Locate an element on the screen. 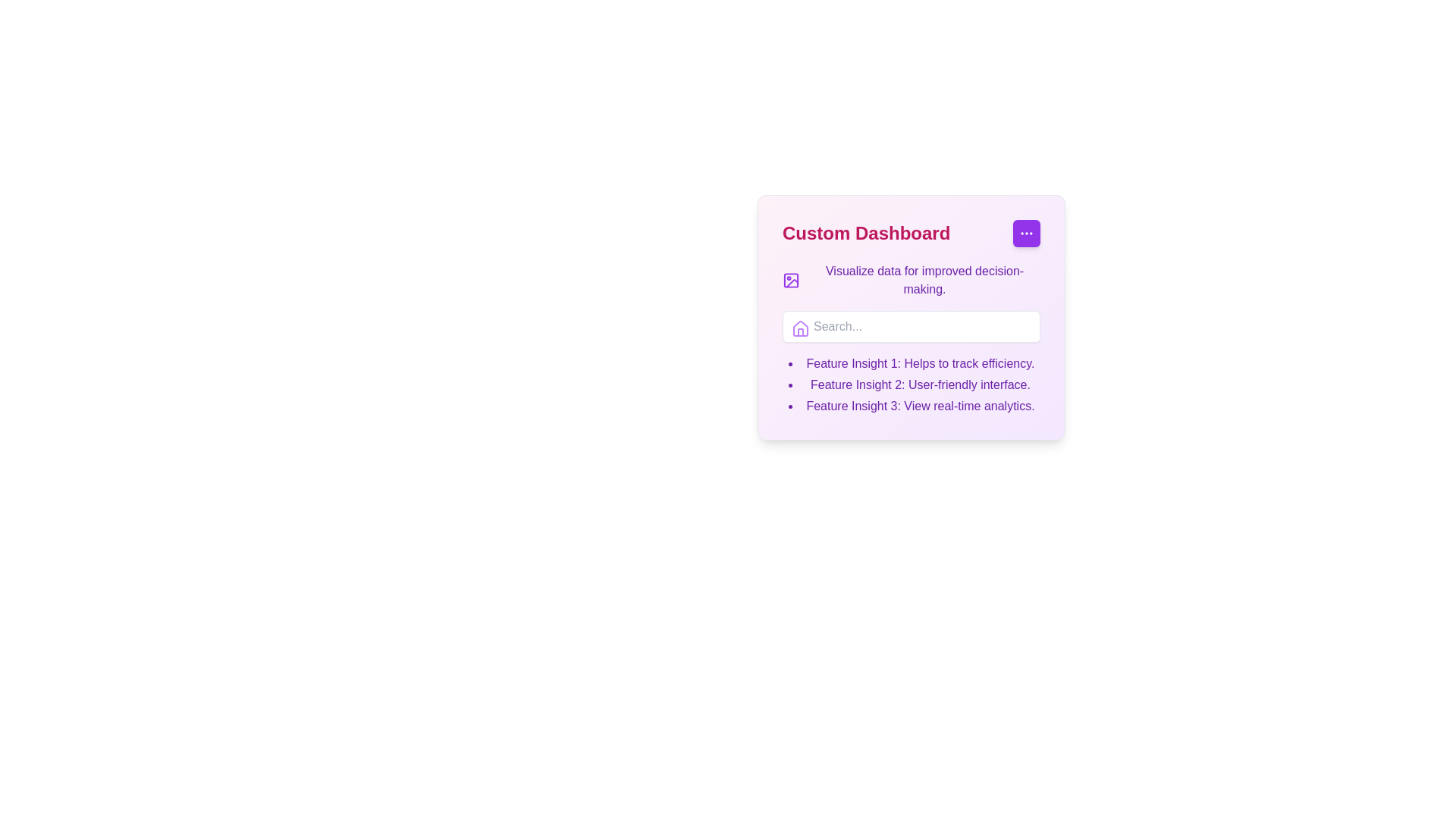 Image resolution: width=1456 pixels, height=819 pixels. the options button located in the top right corner of the 'Custom Dashboard' panel to trigger a tooltip is located at coordinates (1026, 234).